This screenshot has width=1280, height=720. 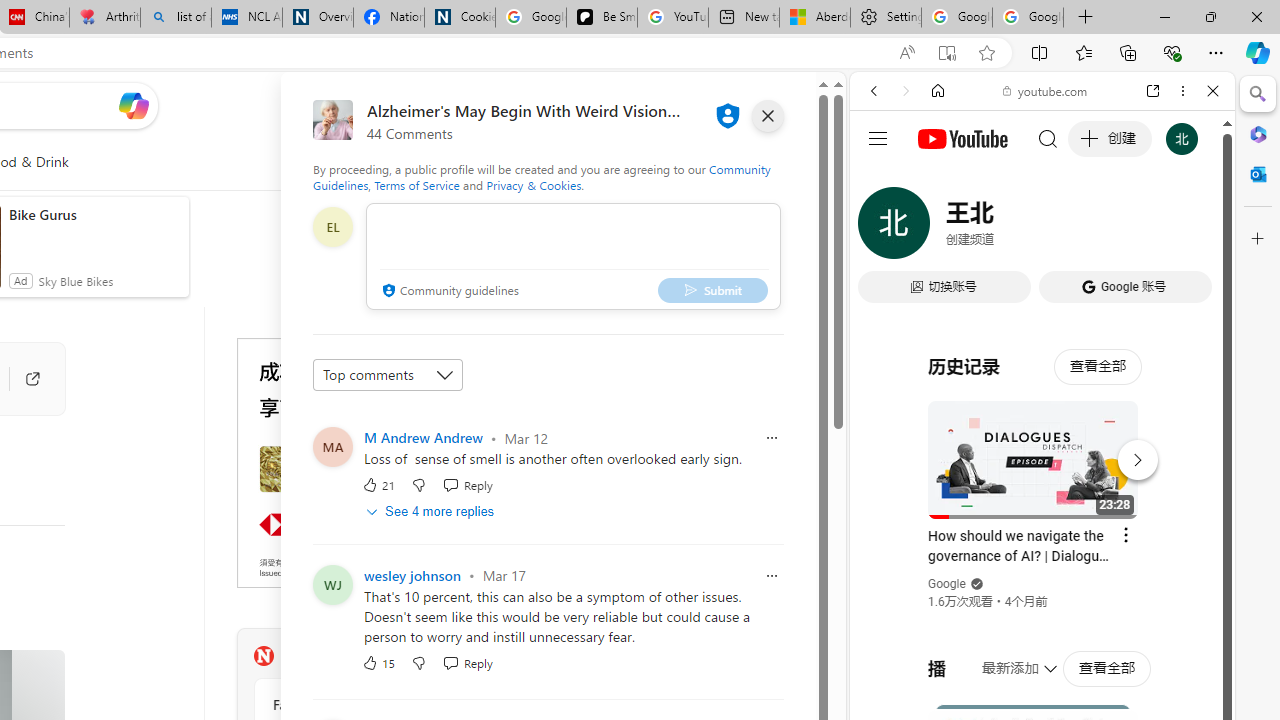 I want to click on '15 Like', so click(x=378, y=662).